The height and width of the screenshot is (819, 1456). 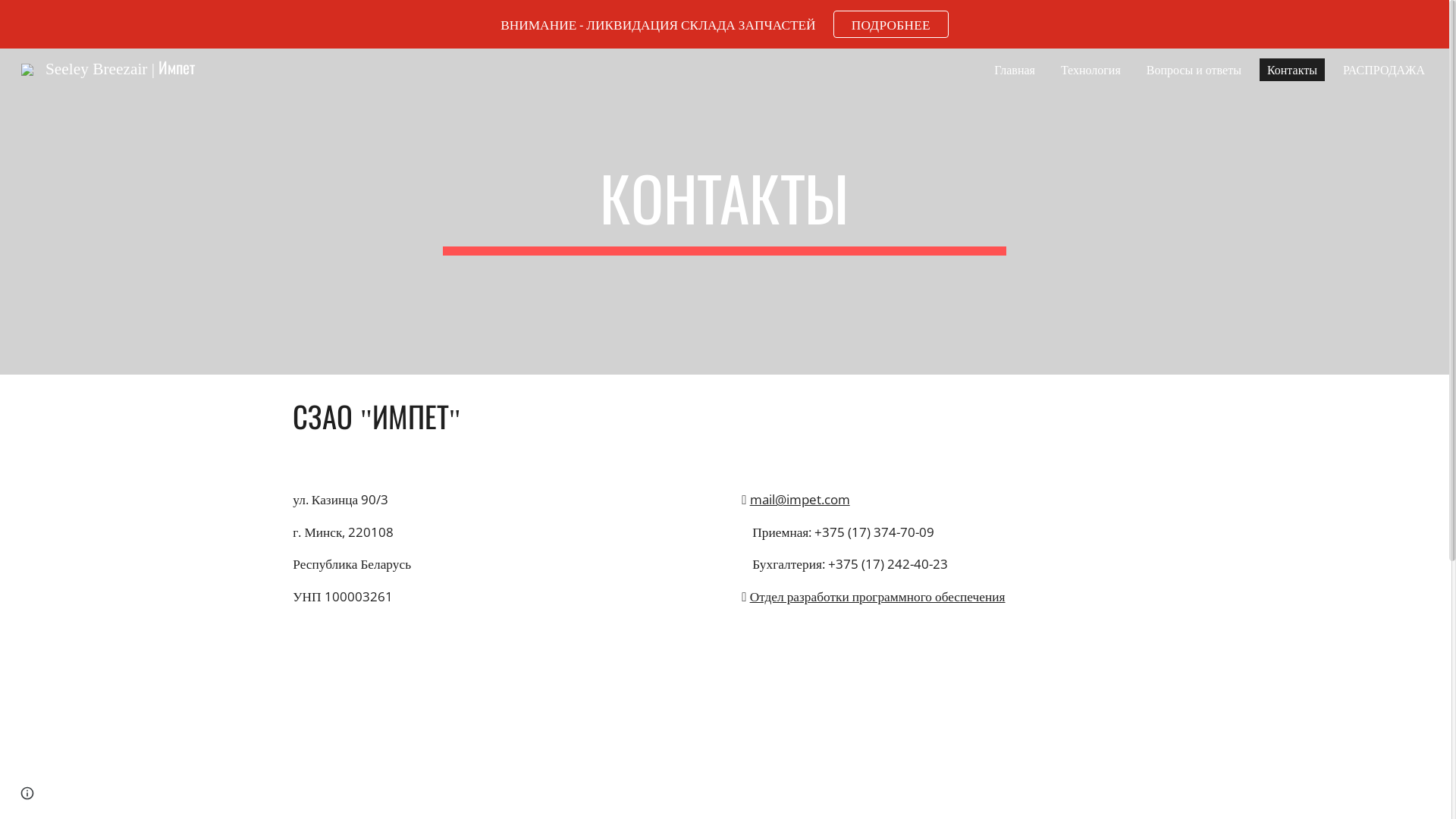 I want to click on 'mail@impet.com', so click(x=749, y=499).